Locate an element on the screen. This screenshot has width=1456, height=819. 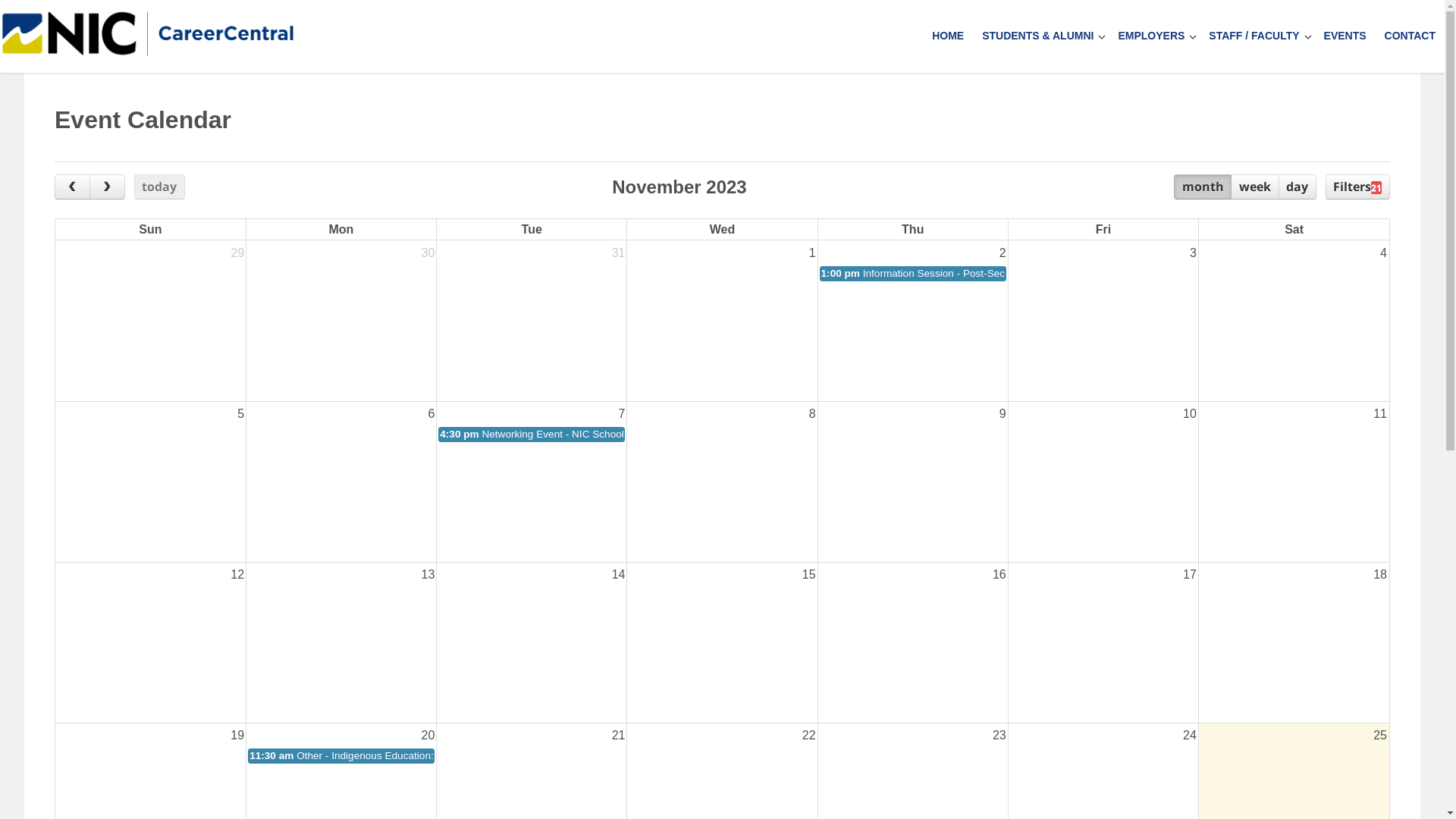
'STAFF / FACULTY' is located at coordinates (1199, 35).